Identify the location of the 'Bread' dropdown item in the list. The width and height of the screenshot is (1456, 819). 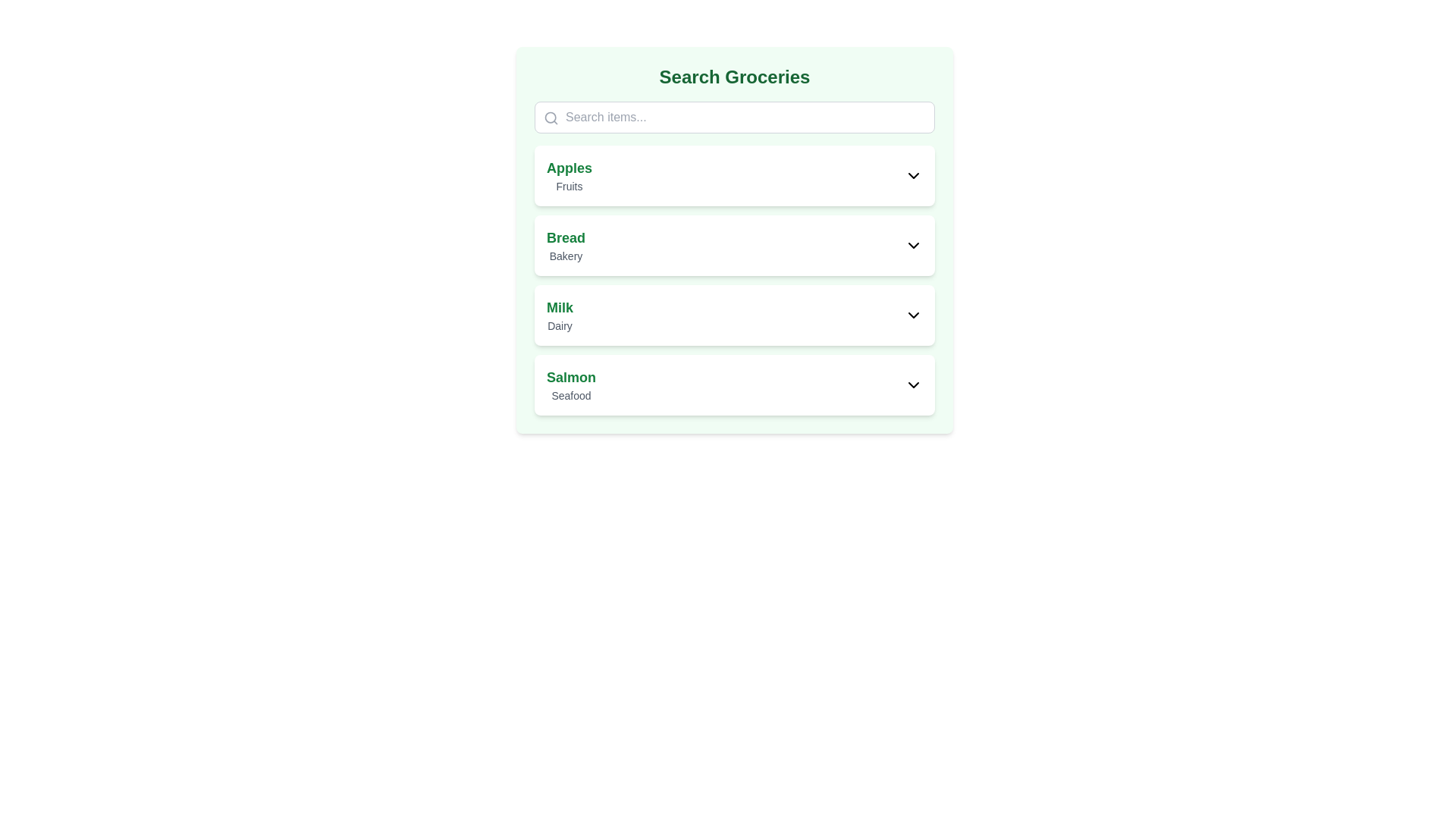
(735, 245).